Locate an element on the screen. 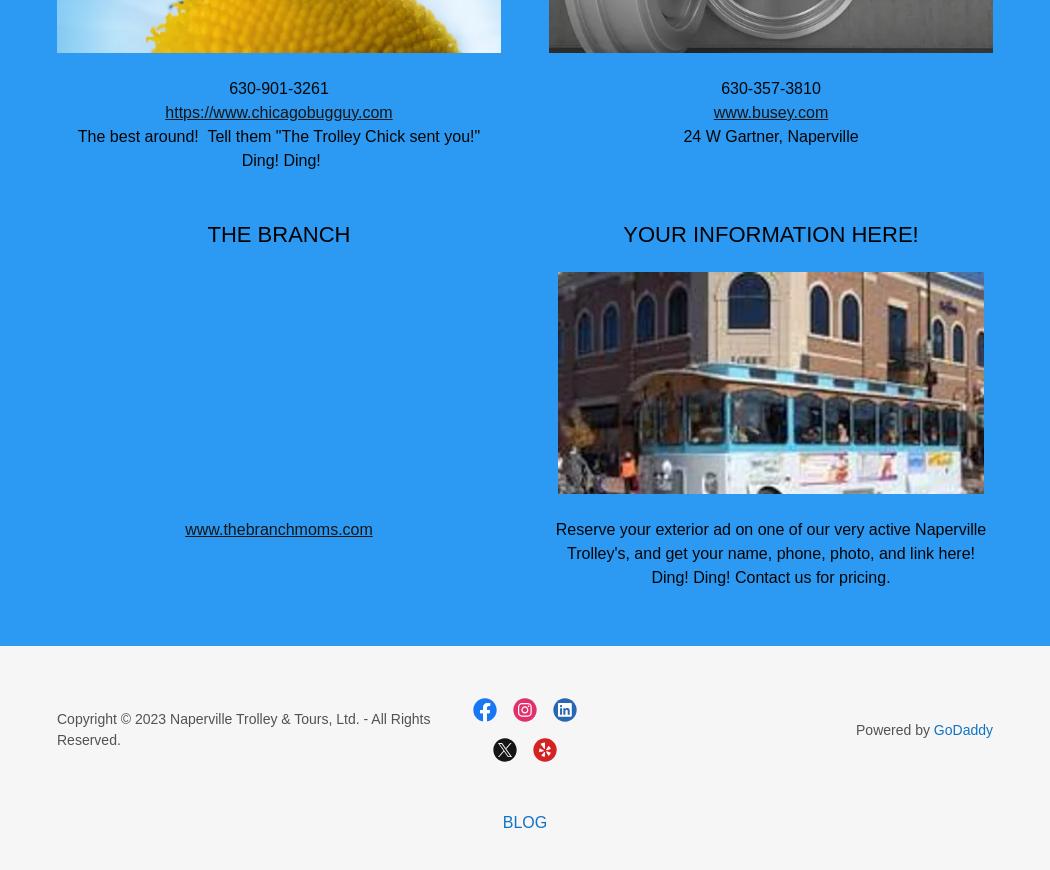 The height and width of the screenshot is (870, 1050). 'GoDaddy' is located at coordinates (961, 728).